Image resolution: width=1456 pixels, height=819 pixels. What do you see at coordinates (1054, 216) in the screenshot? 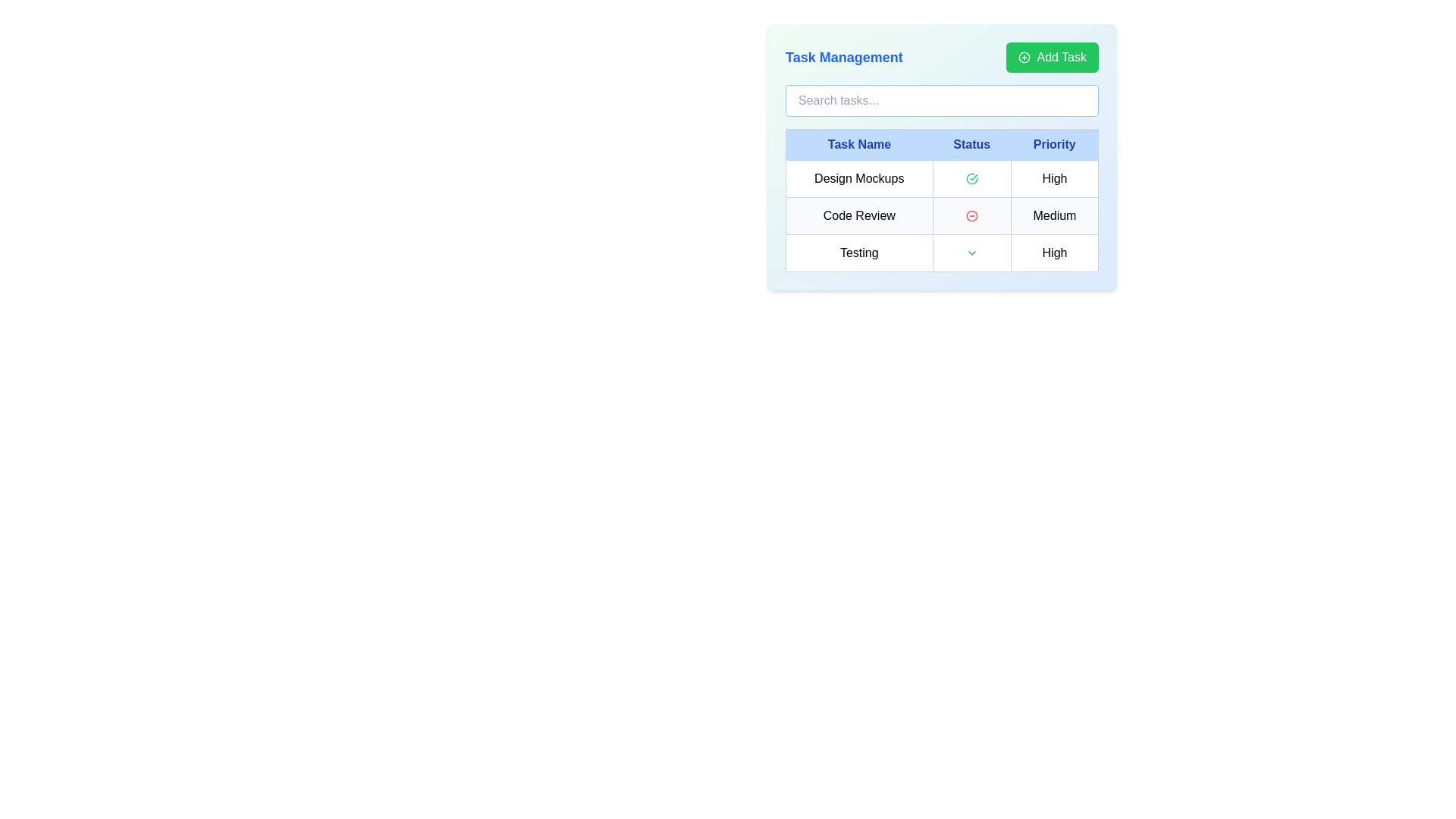
I see `the table cell indicating the priority level for the task labeled 'Code Review', located in the third column of the second row under the 'Task Name' header` at bounding box center [1054, 216].